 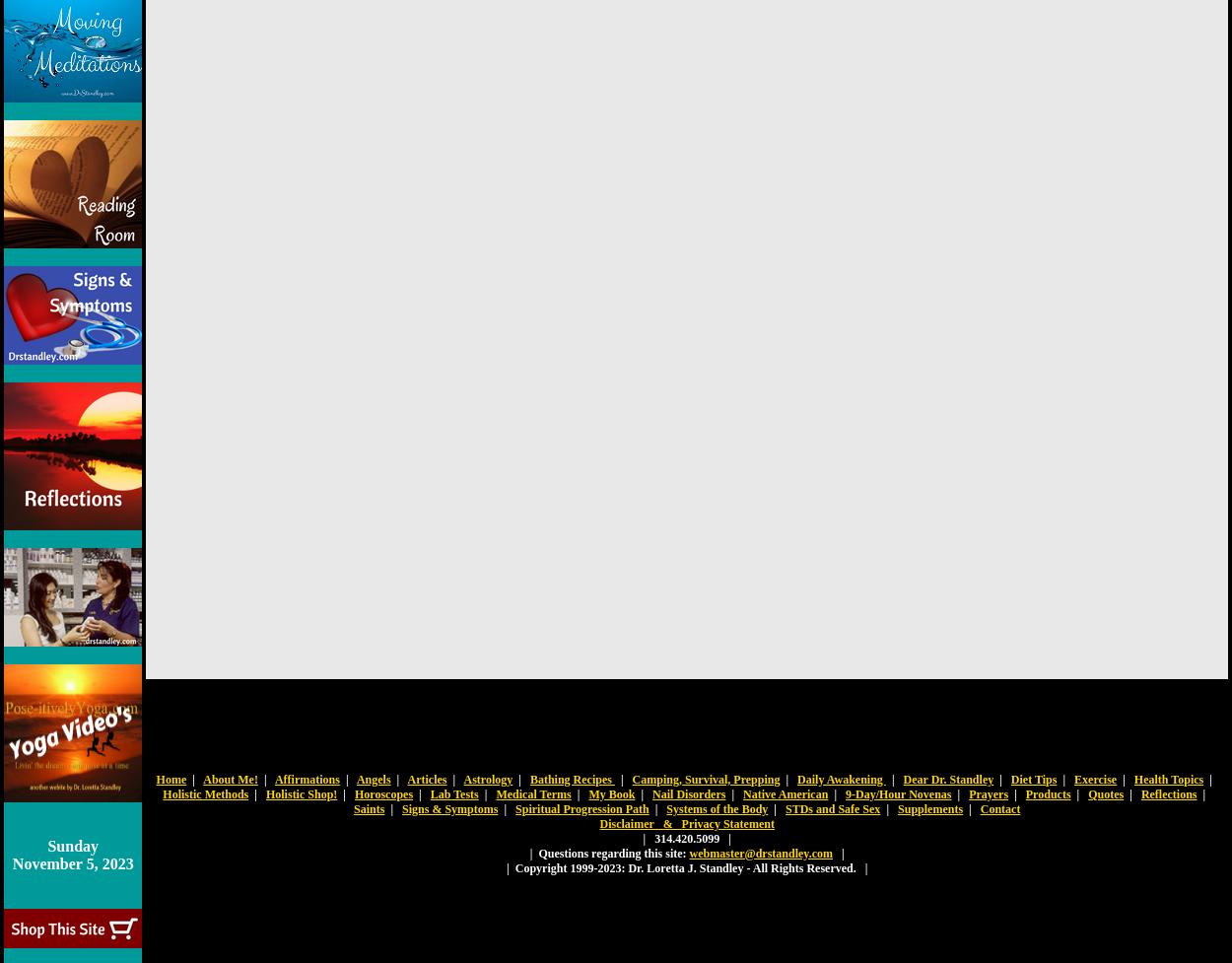 What do you see at coordinates (716, 806) in the screenshot?
I see `'Systems of the Body'` at bounding box center [716, 806].